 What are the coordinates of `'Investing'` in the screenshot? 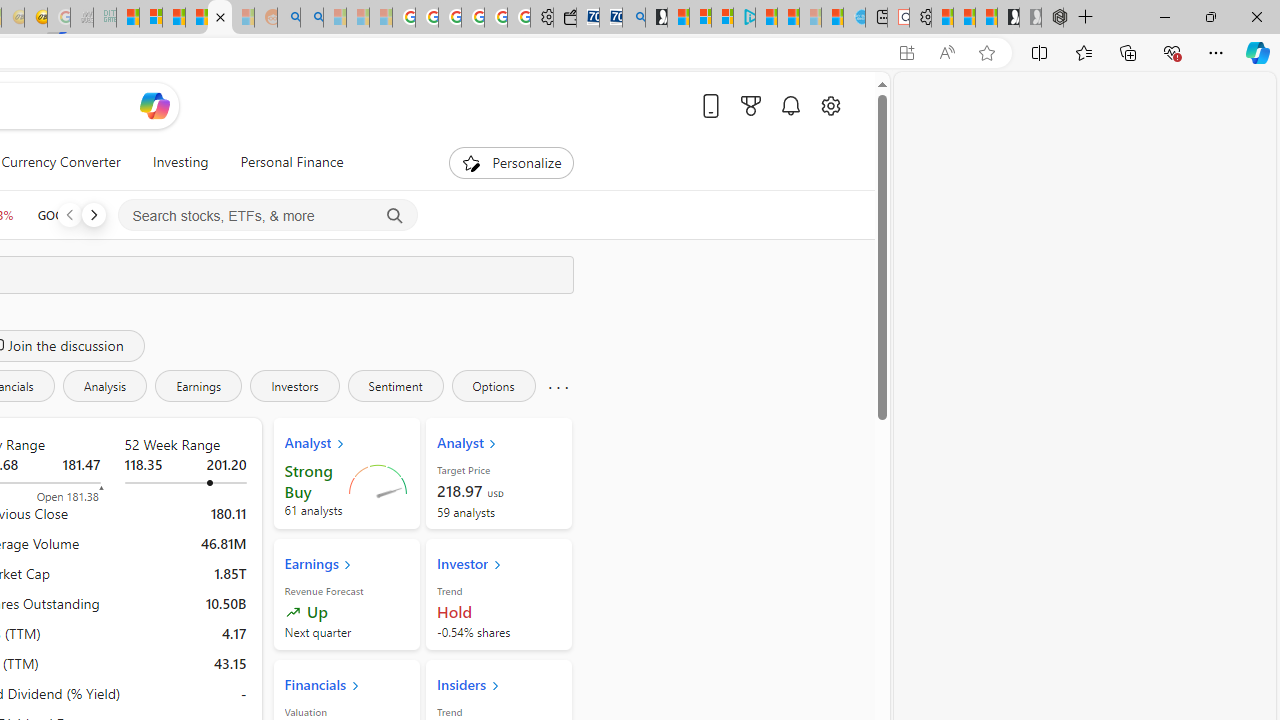 It's located at (180, 162).